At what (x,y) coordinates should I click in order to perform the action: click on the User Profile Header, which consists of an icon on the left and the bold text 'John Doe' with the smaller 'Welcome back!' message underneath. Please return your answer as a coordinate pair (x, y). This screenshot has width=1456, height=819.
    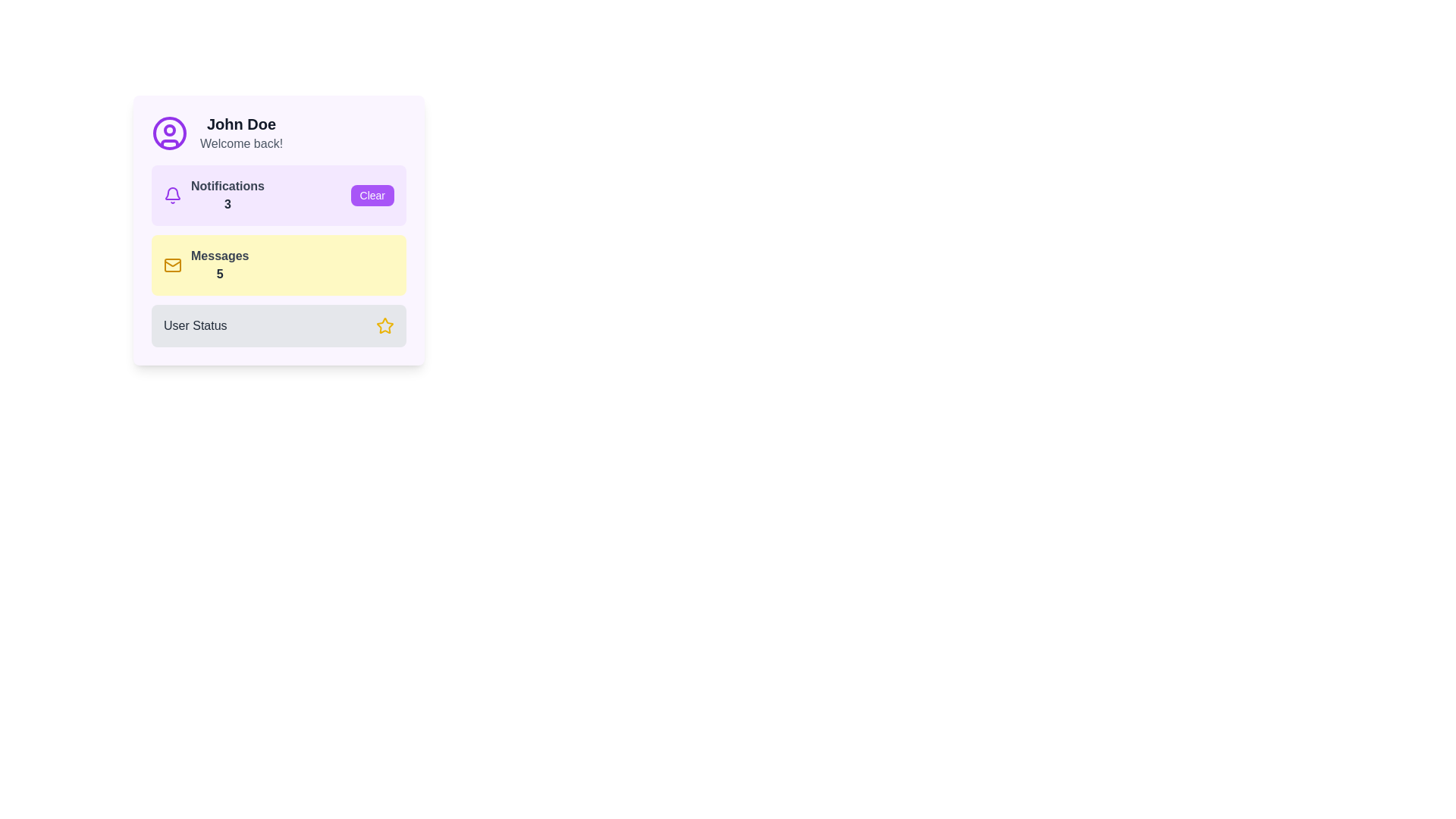
    Looking at the image, I should click on (279, 133).